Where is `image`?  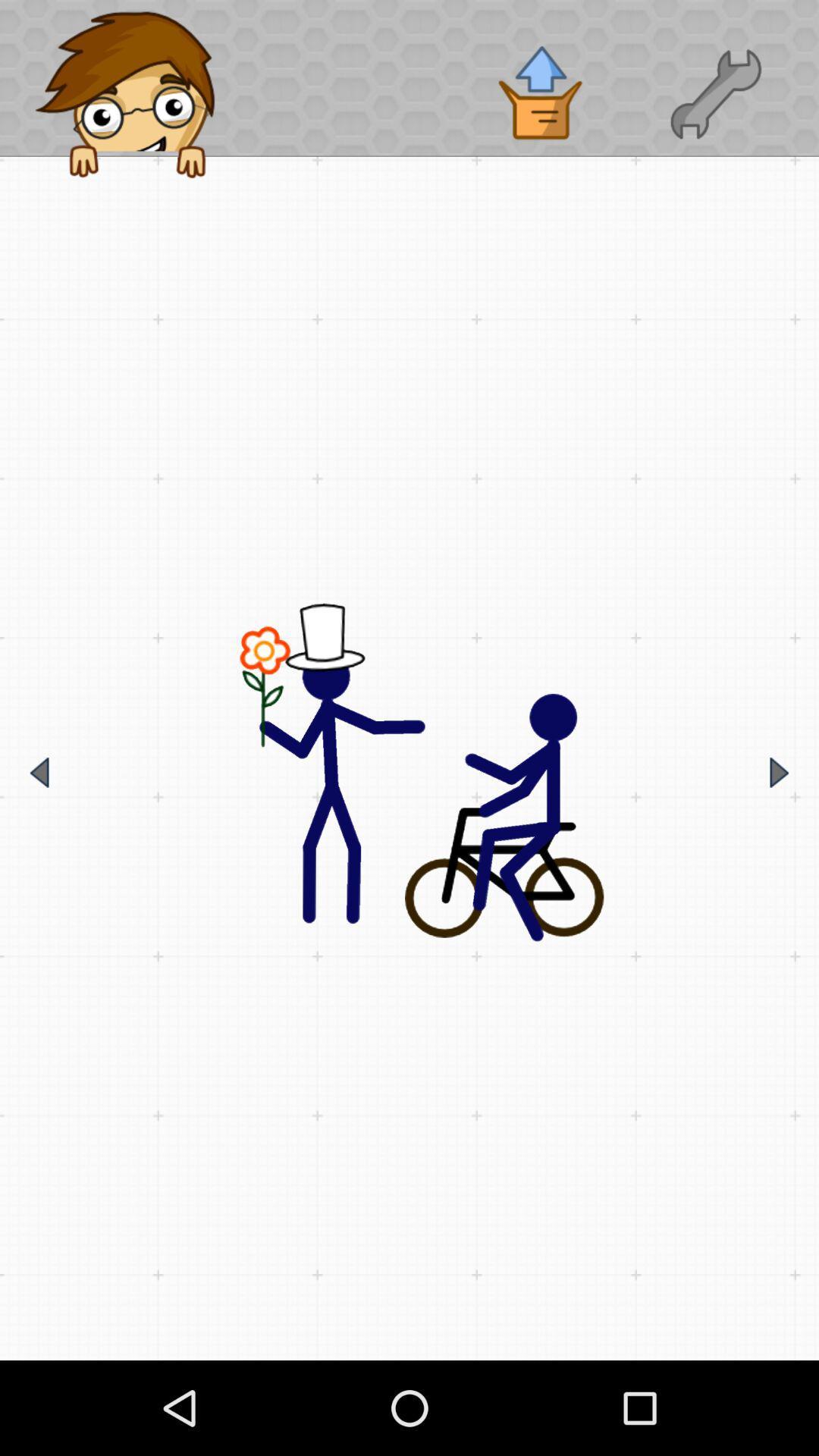 image is located at coordinates (409, 773).